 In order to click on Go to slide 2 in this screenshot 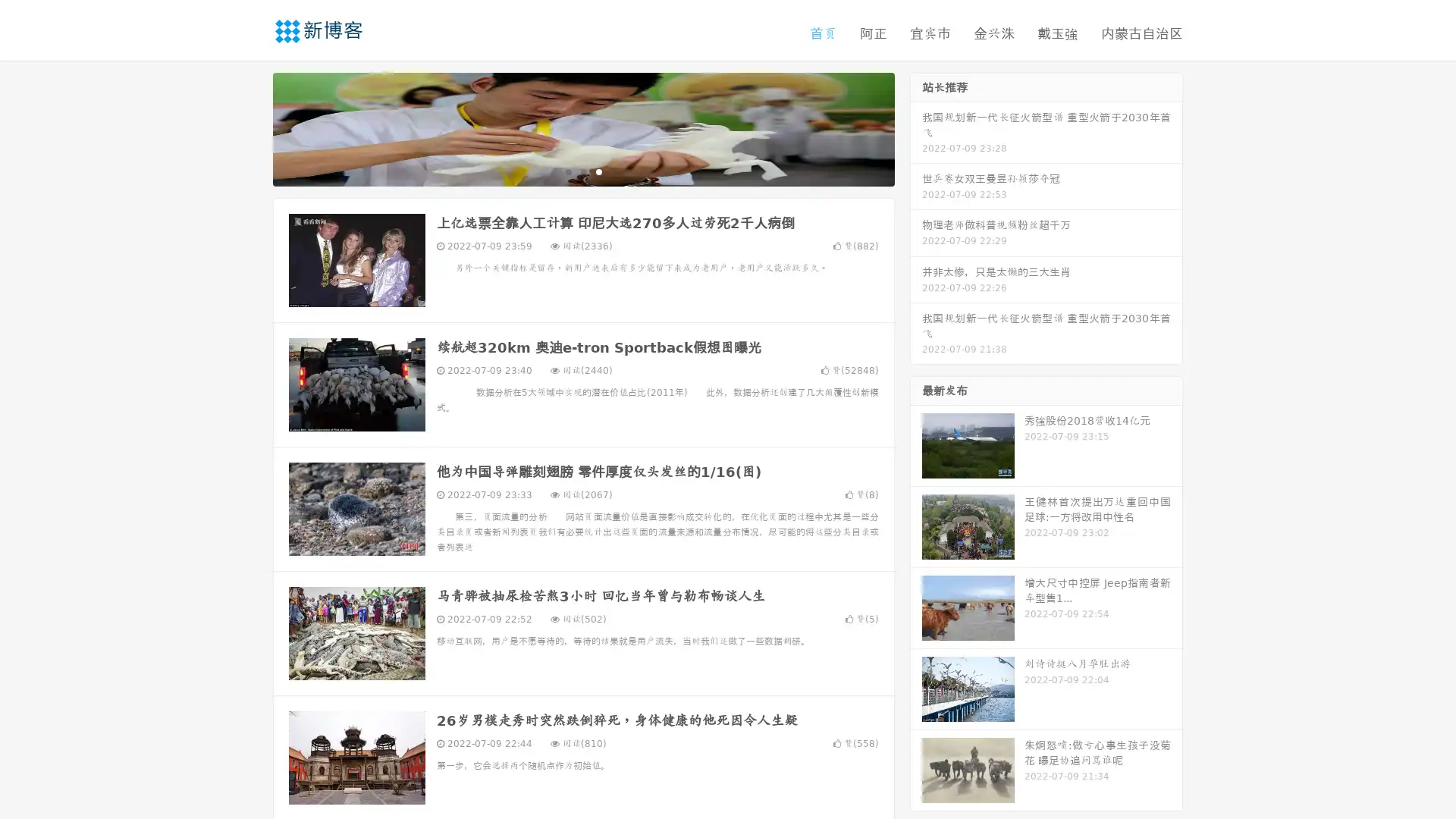, I will do `click(582, 171)`.